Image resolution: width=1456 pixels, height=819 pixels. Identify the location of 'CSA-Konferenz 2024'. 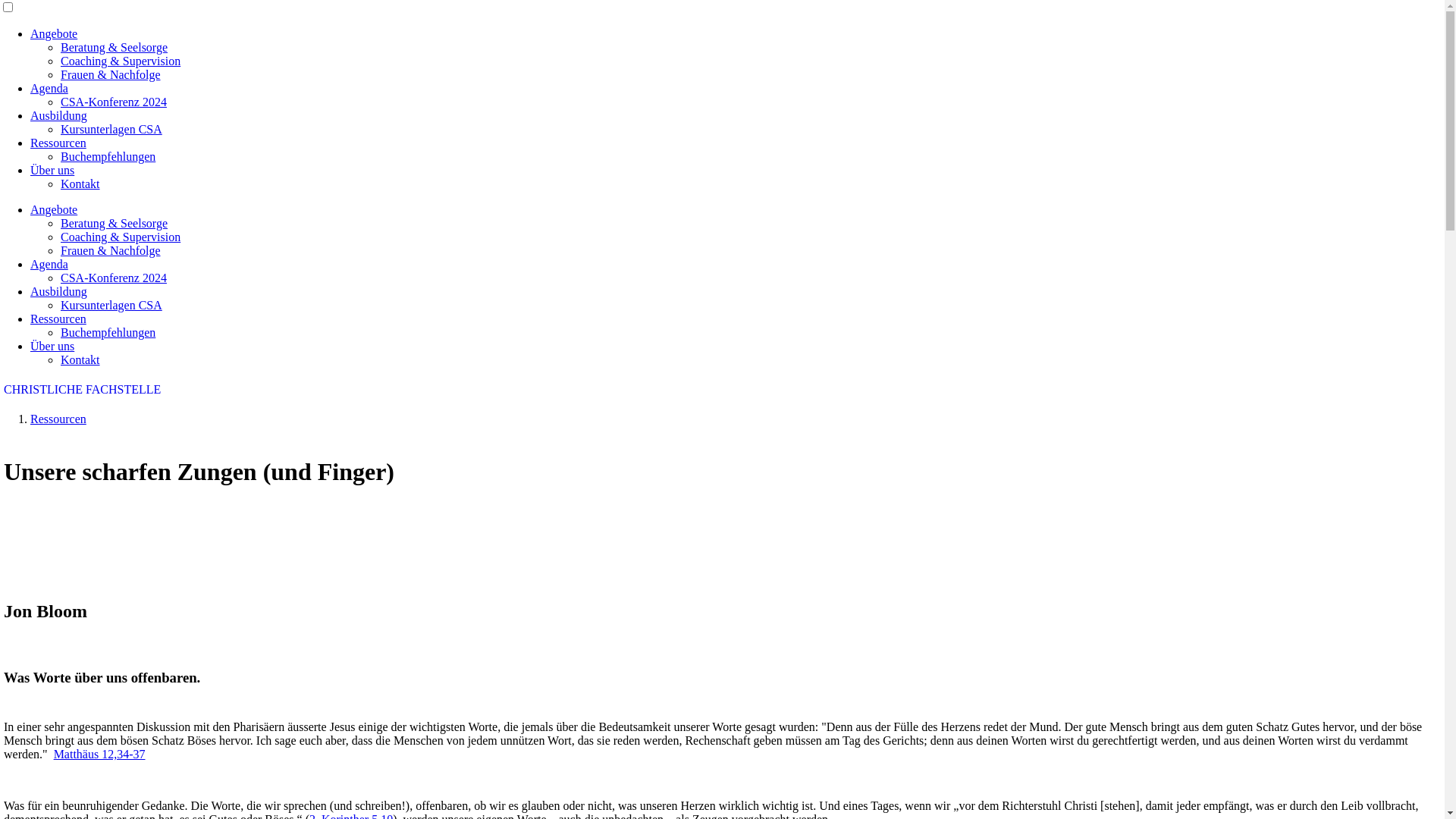
(112, 102).